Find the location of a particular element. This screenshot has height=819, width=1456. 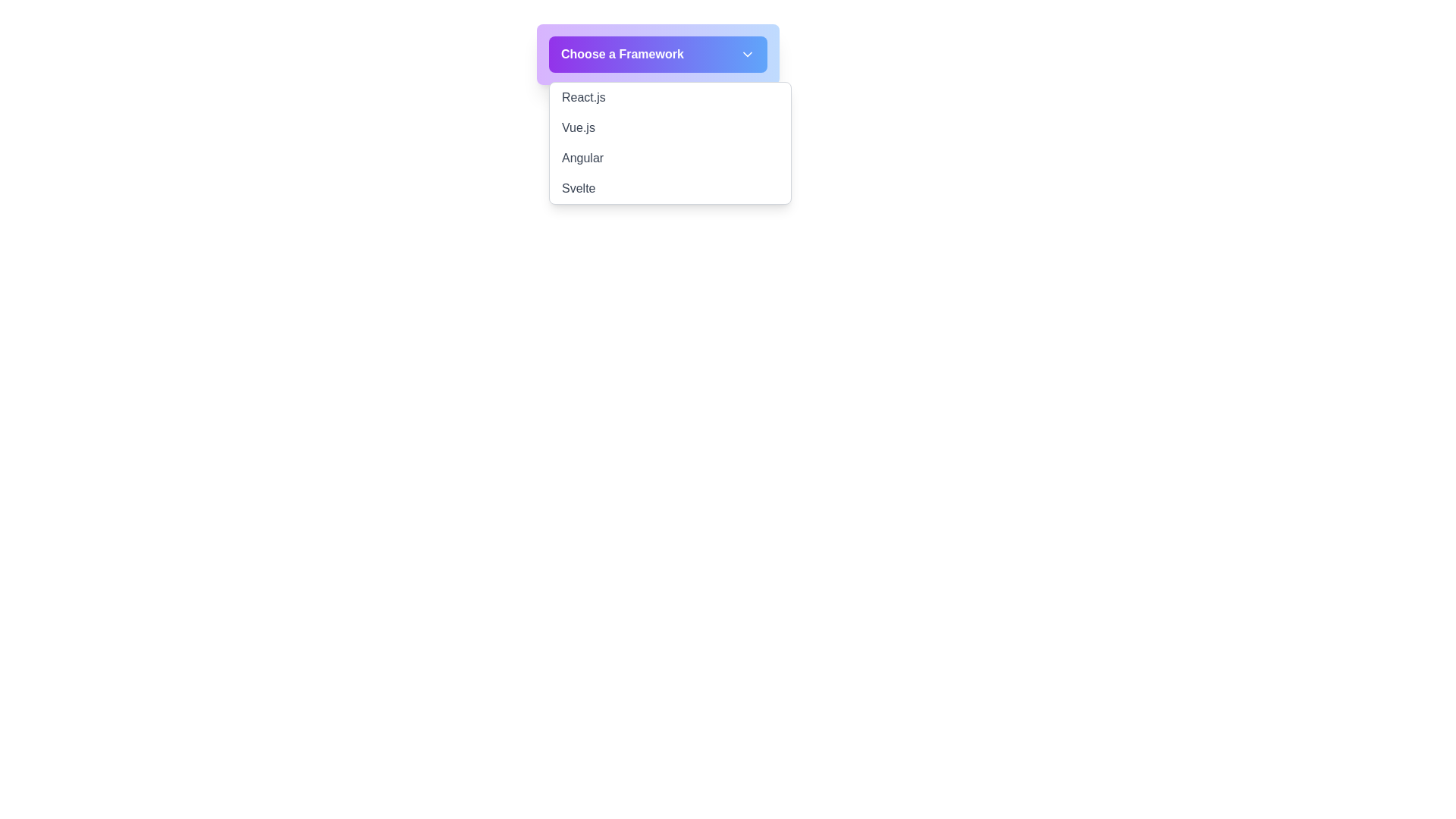

to select the 'Angular' option from the dropdown menu list item, which is the third item under 'Choose a Framework' is located at coordinates (669, 158).